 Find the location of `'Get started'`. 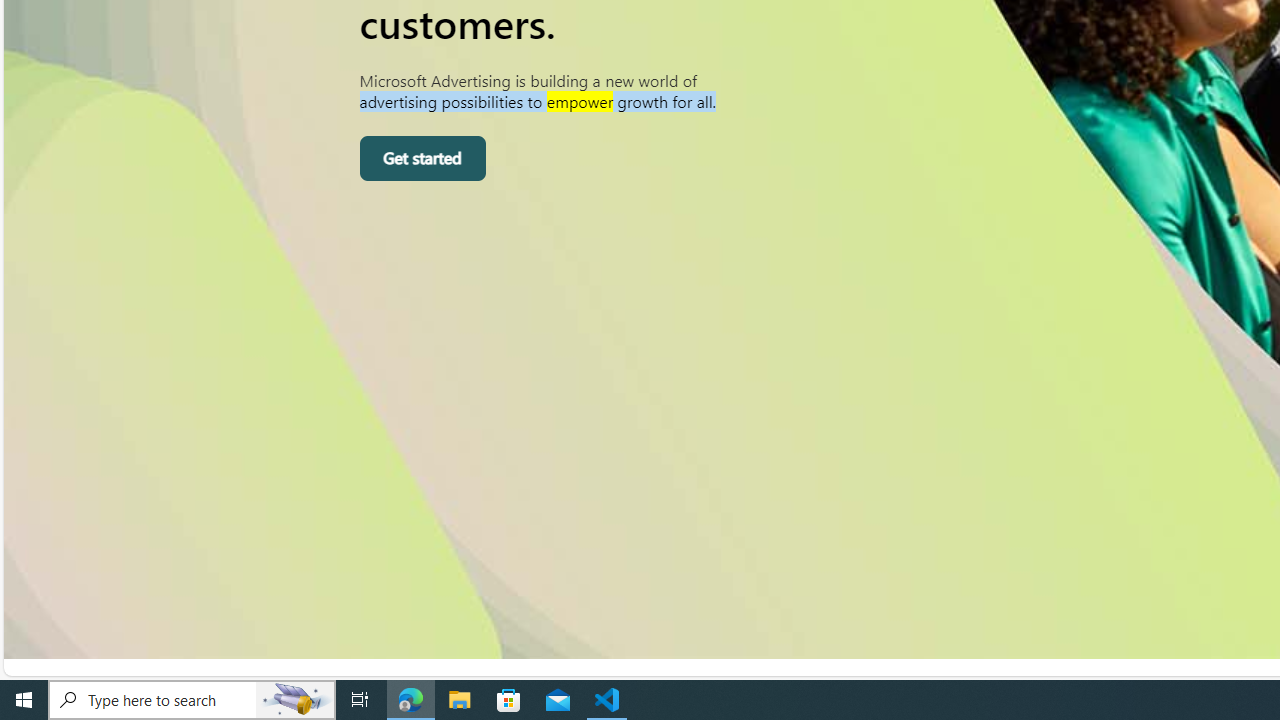

'Get started' is located at coordinates (421, 158).